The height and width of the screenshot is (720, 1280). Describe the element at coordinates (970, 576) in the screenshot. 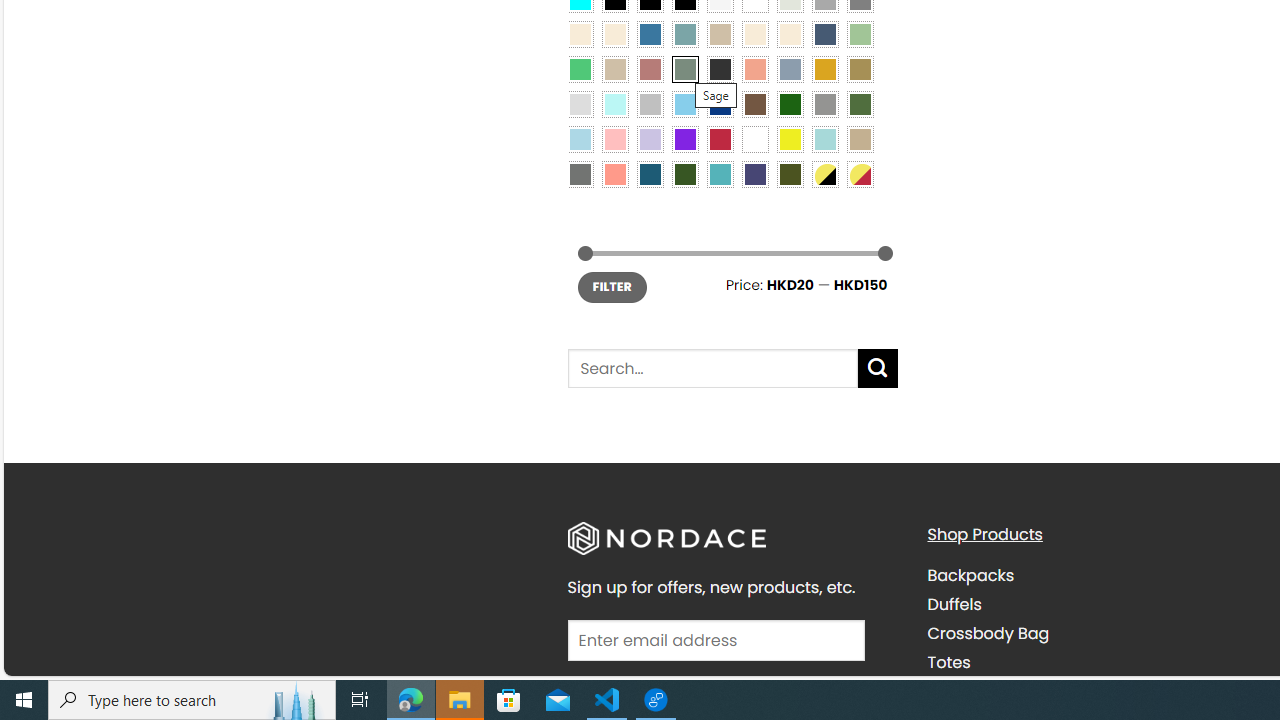

I see `'Backpacks'` at that location.